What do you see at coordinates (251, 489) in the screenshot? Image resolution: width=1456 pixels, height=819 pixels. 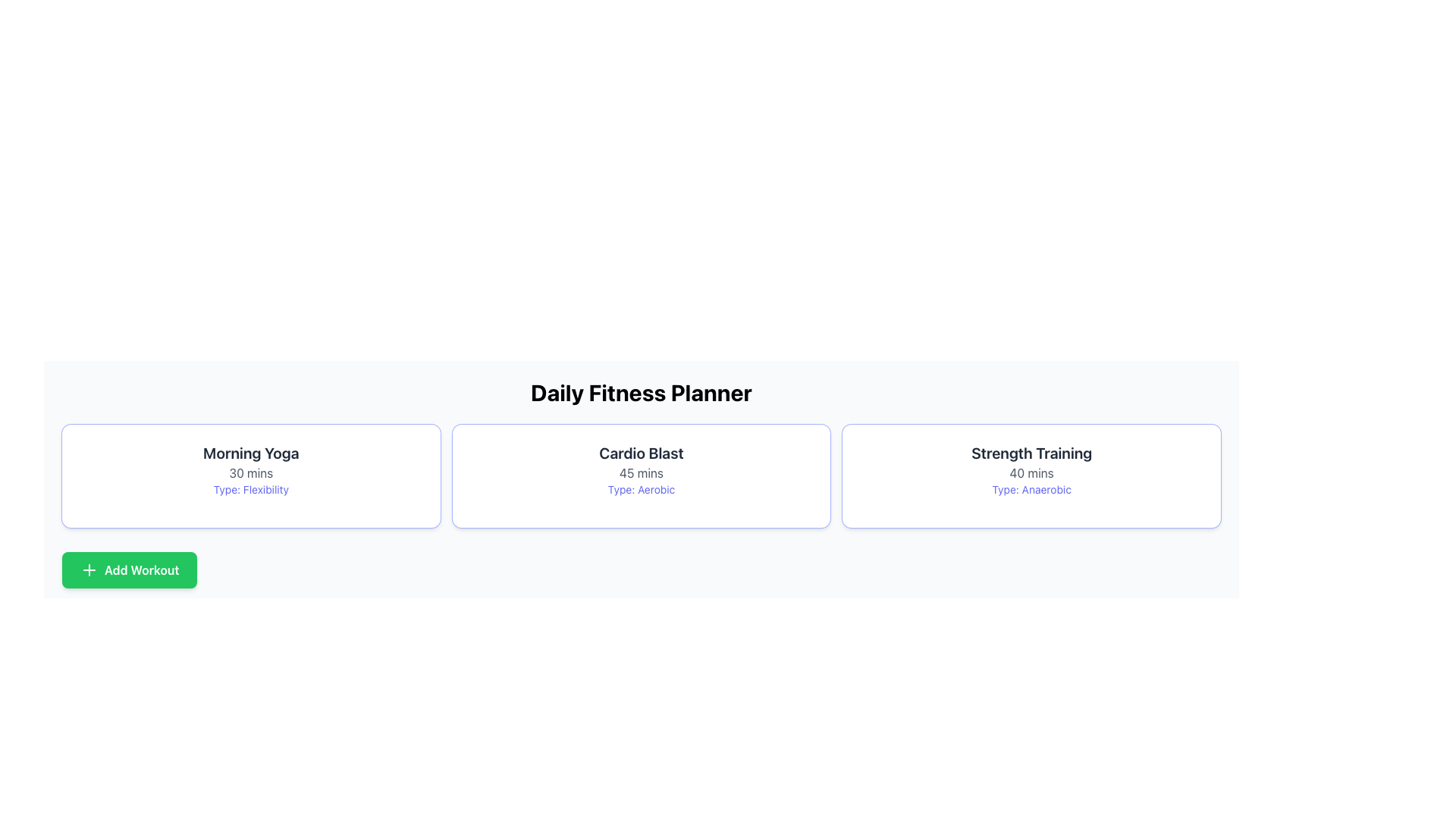 I see `information conveyed by the 'Flexibility' Text Label located at the center of the card labeled 'Morning Yoga', positioned beneath the activity duration text '30 mins'` at bounding box center [251, 489].